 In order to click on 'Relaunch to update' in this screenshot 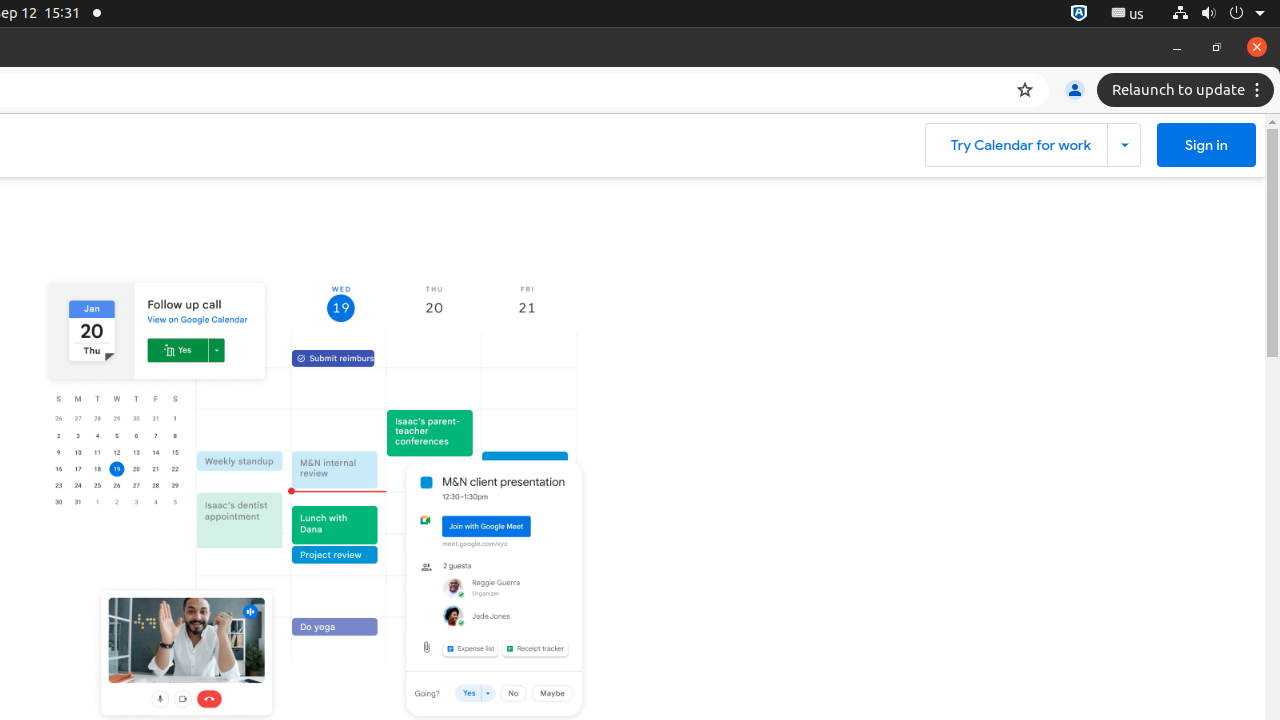, I will do `click(1188, 90)`.